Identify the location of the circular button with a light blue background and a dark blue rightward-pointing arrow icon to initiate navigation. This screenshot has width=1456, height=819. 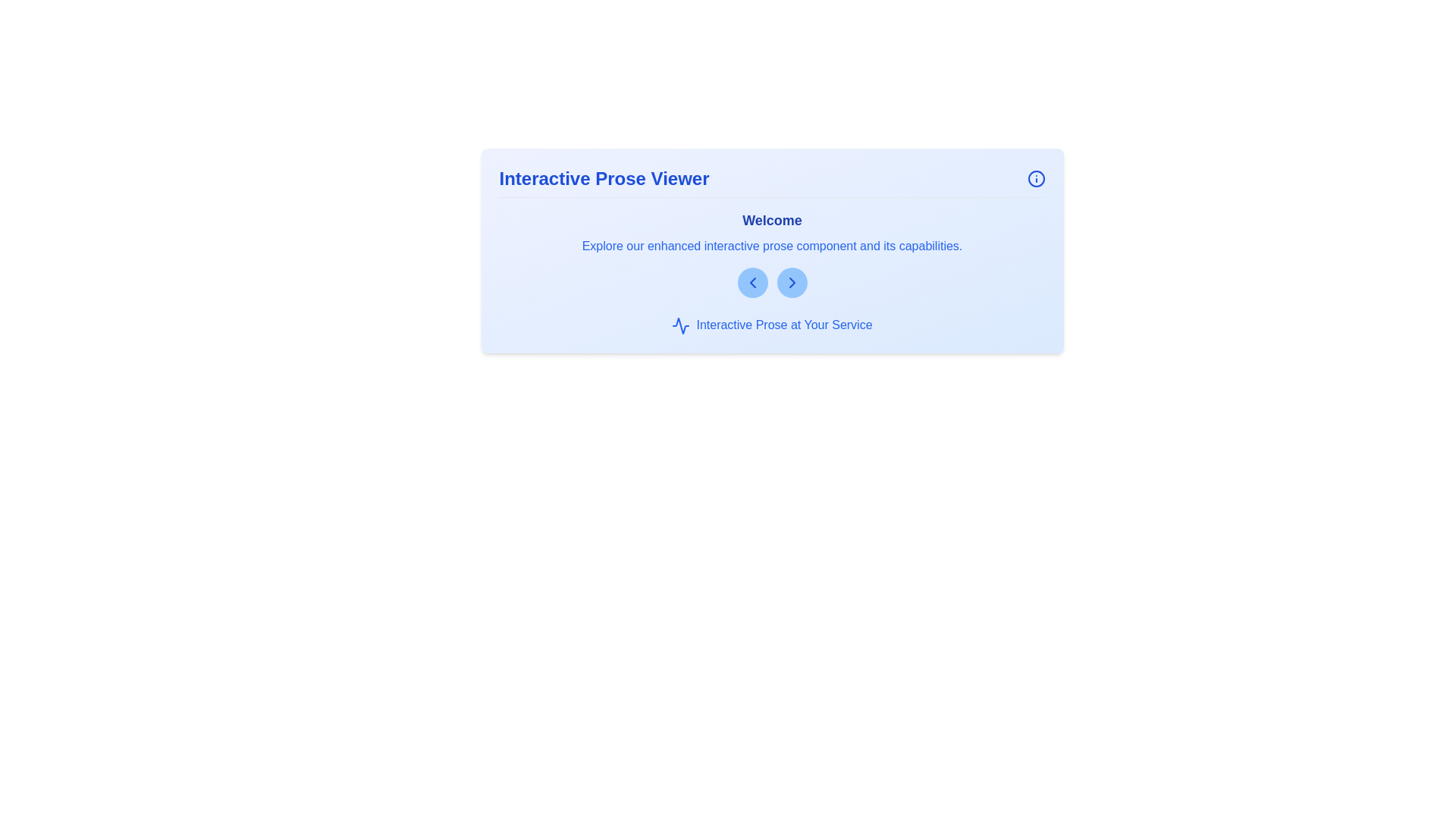
(791, 283).